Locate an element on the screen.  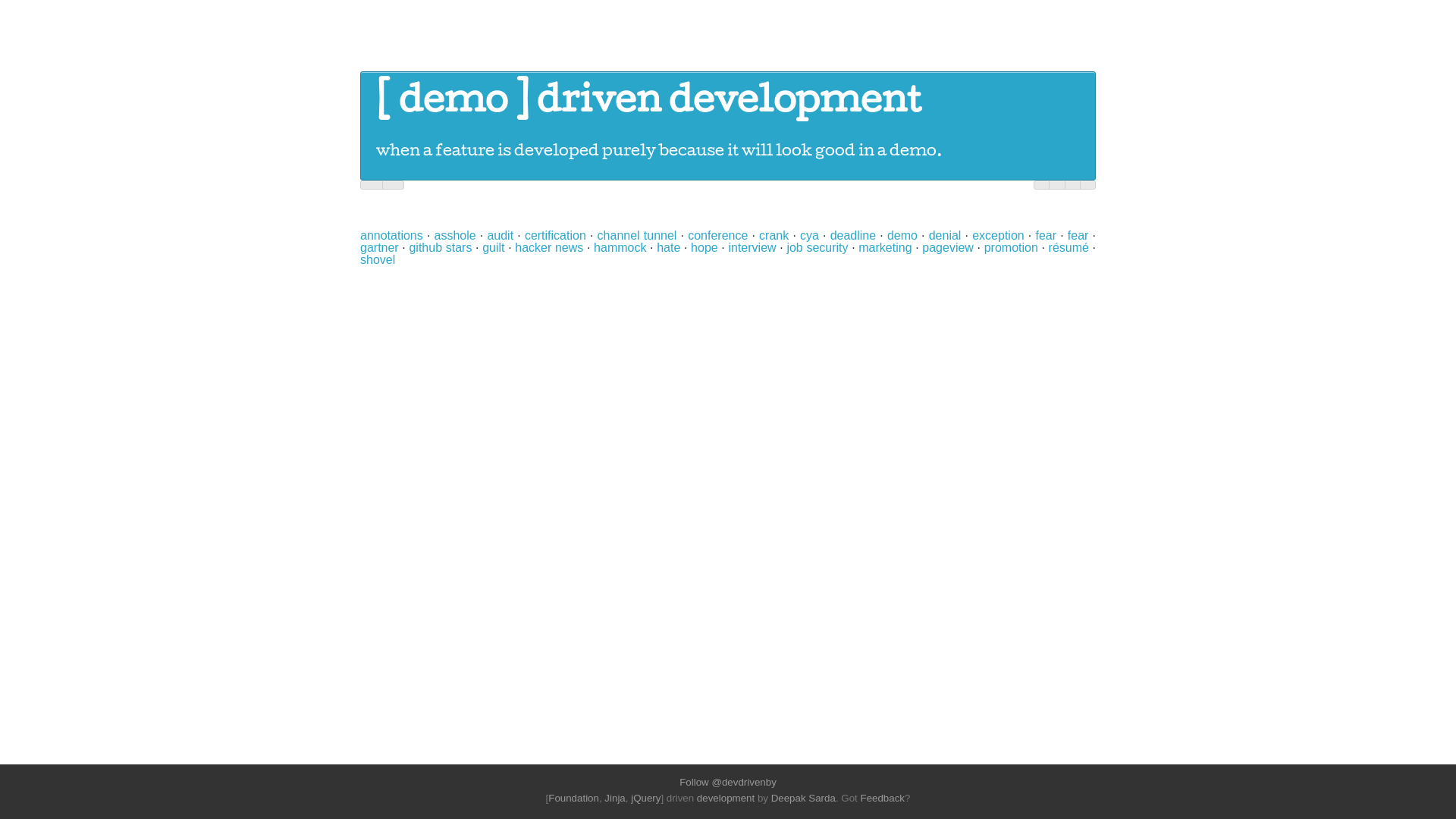
'Feedback' is located at coordinates (882, 797).